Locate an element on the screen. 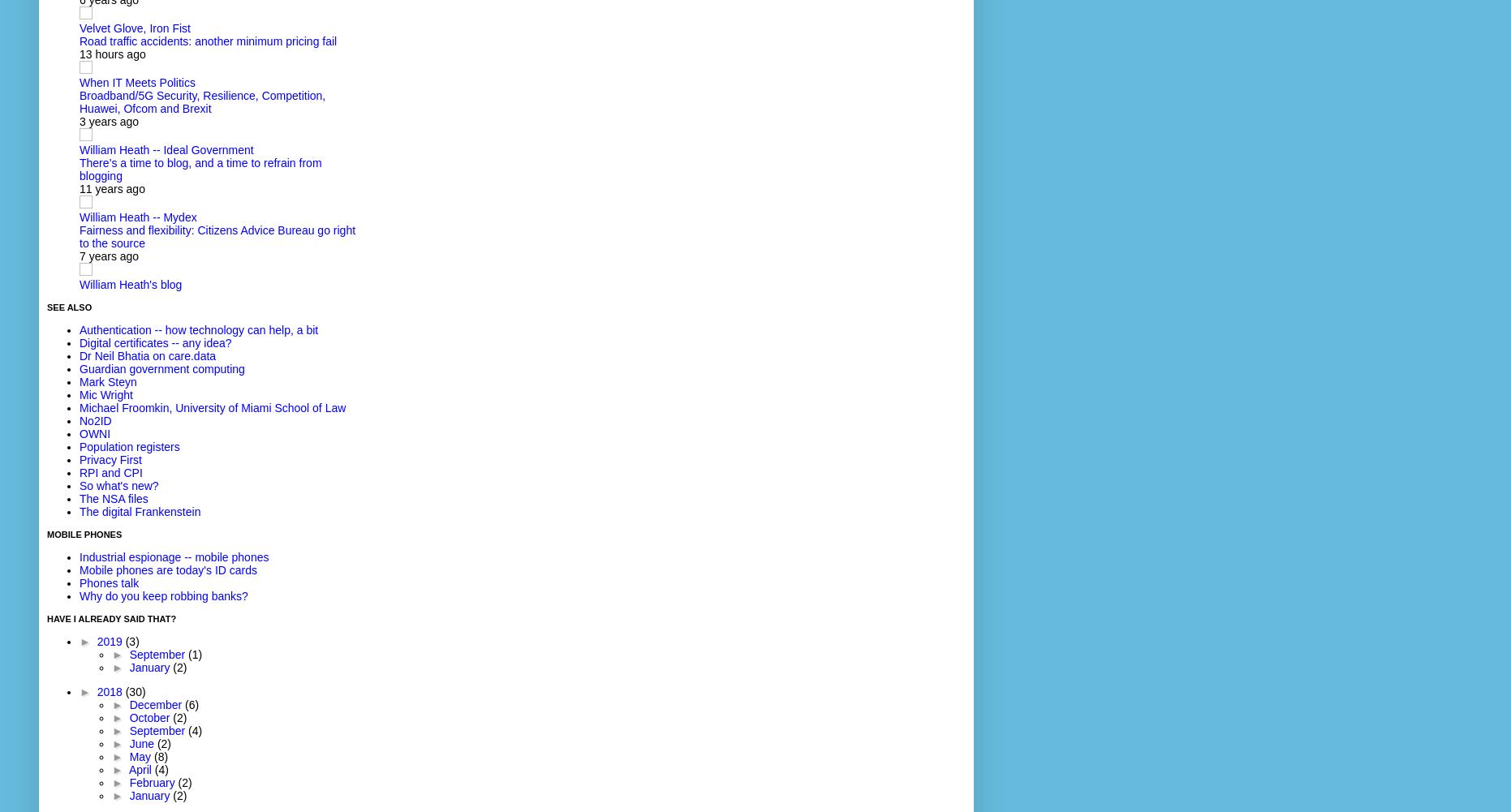  'Phones talk' is located at coordinates (108, 583).